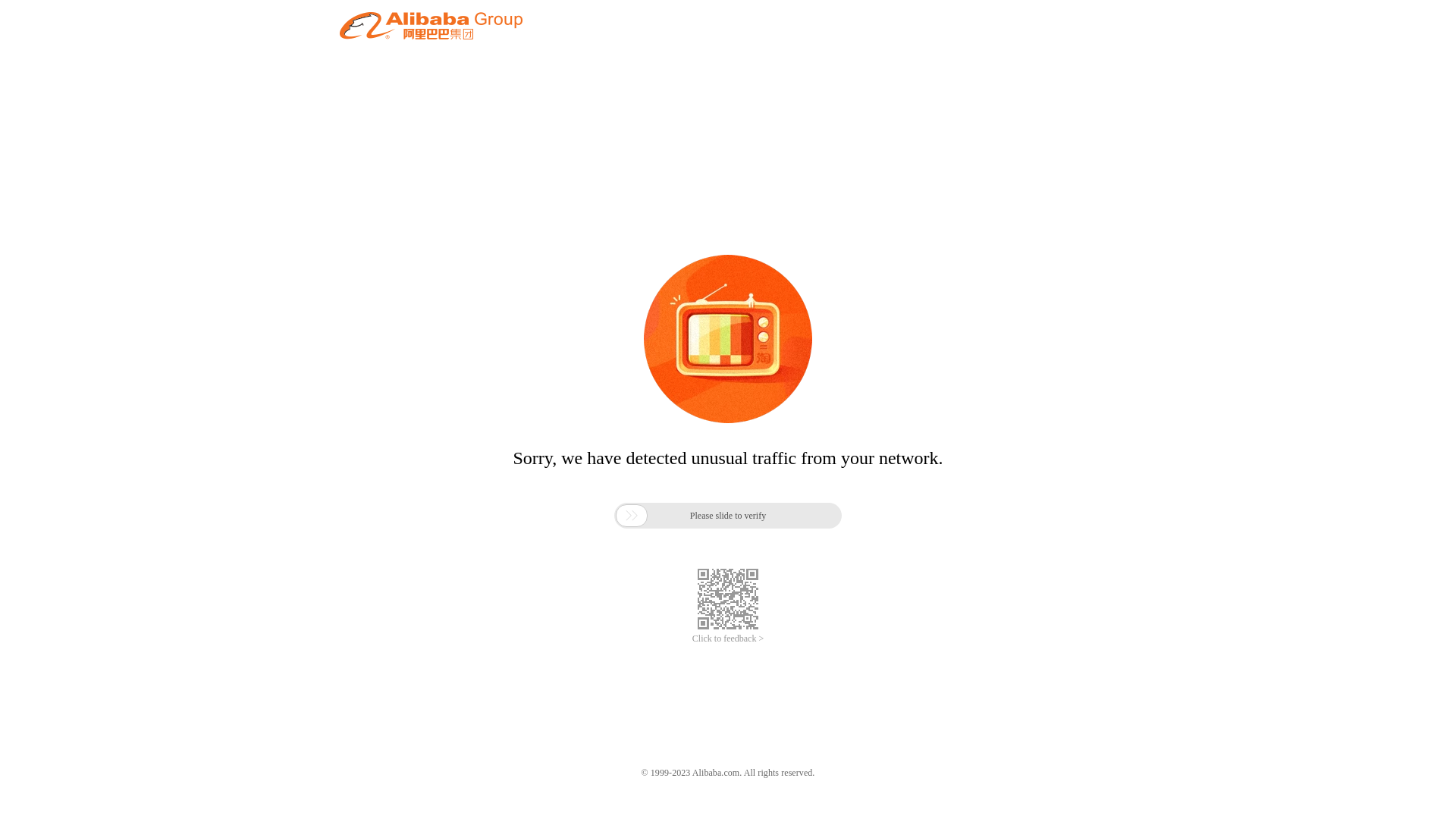 The height and width of the screenshot is (819, 1456). Describe the element at coordinates (728, 639) in the screenshot. I see `'Click to feedback >'` at that location.